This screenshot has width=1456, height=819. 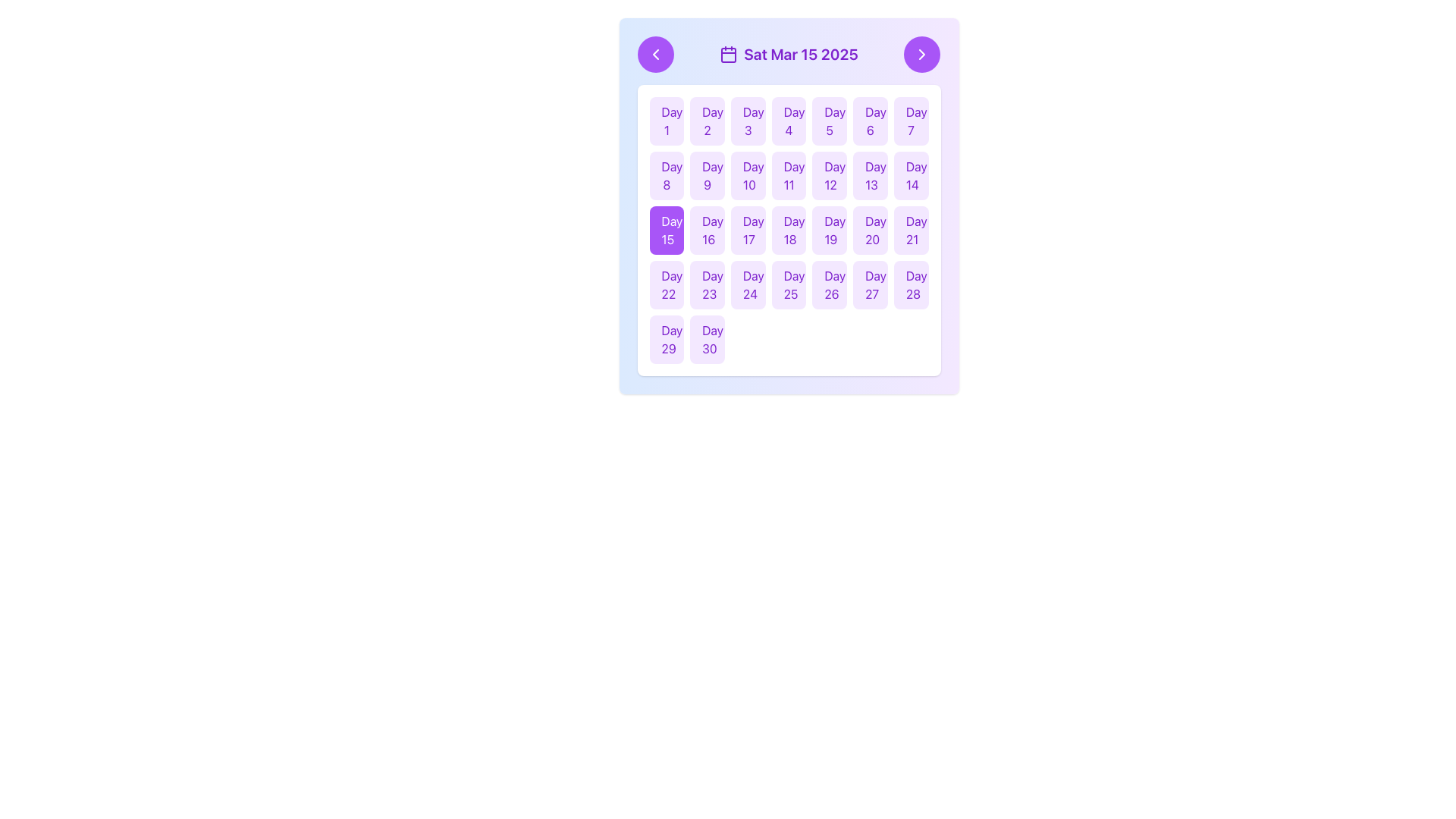 What do you see at coordinates (707, 174) in the screenshot?
I see `the rounded rectangular button labeled 'Day 9' with a purple background` at bounding box center [707, 174].